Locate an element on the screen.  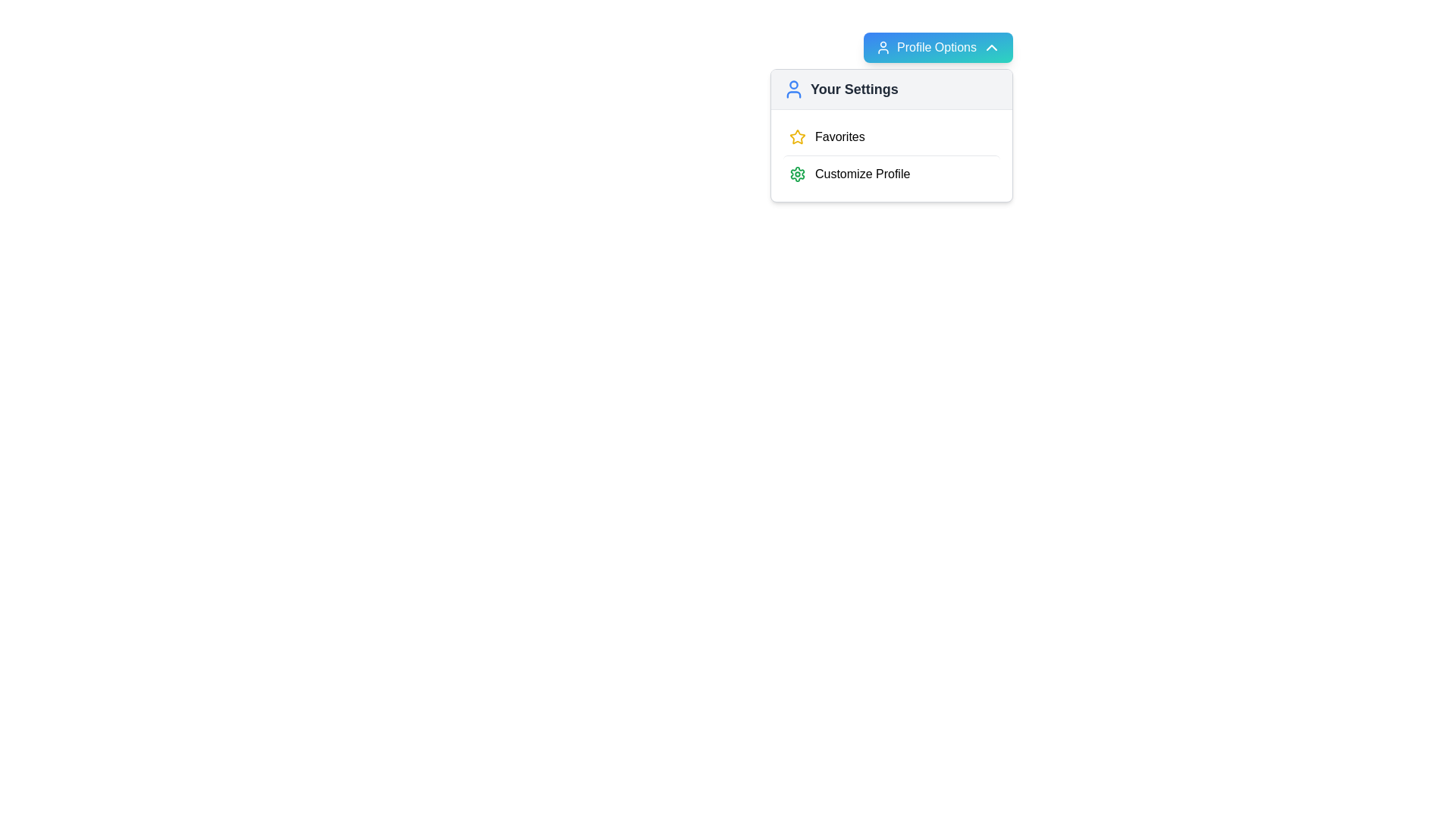
the profile customization settings label located in the dropdown menu titled 'Your Settings', which is the second item beneath 'Favorites' and follows a gear icon is located at coordinates (862, 174).